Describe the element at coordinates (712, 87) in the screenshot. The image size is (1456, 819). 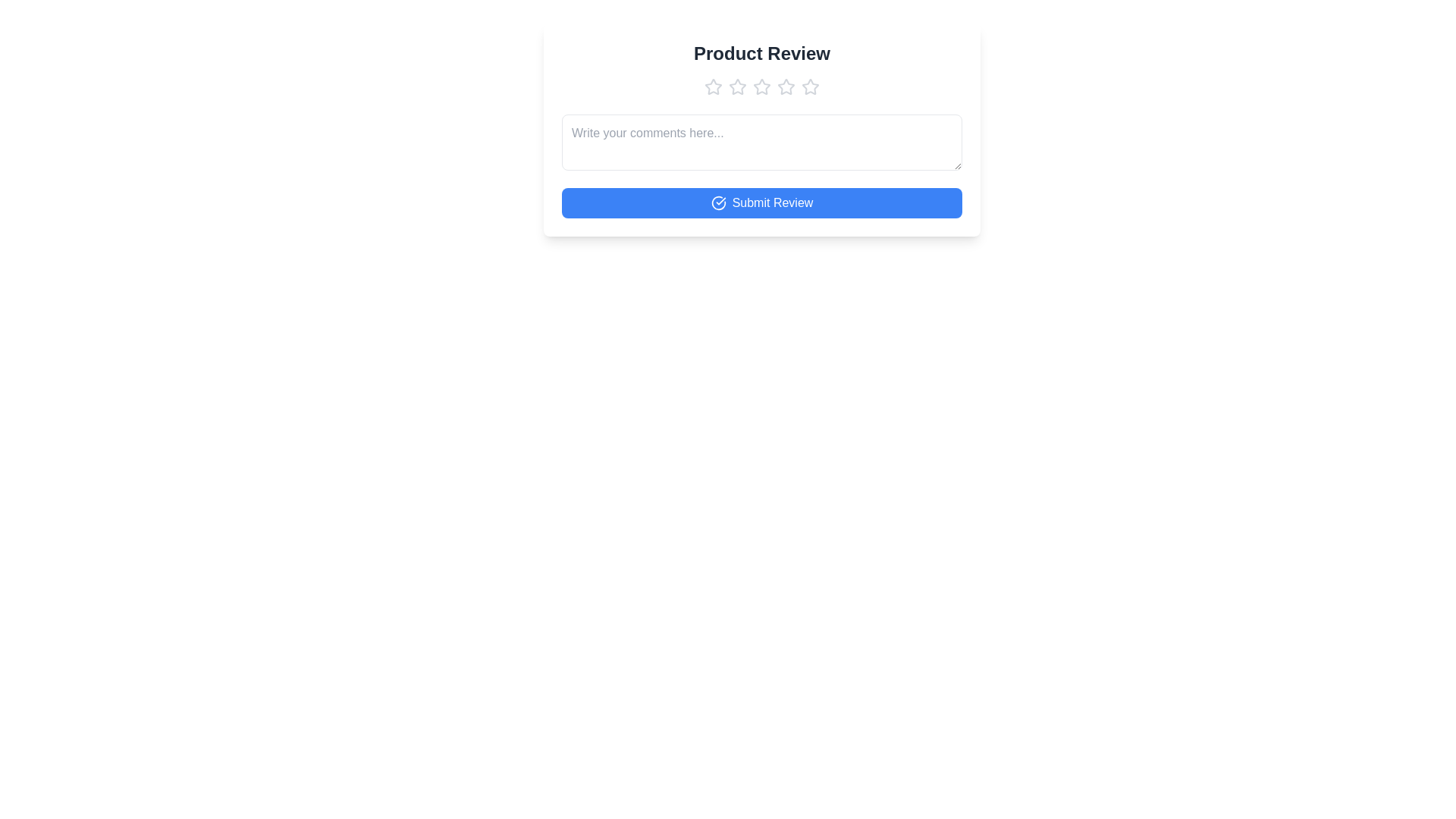
I see `the star corresponding to the desired rating 1` at that location.